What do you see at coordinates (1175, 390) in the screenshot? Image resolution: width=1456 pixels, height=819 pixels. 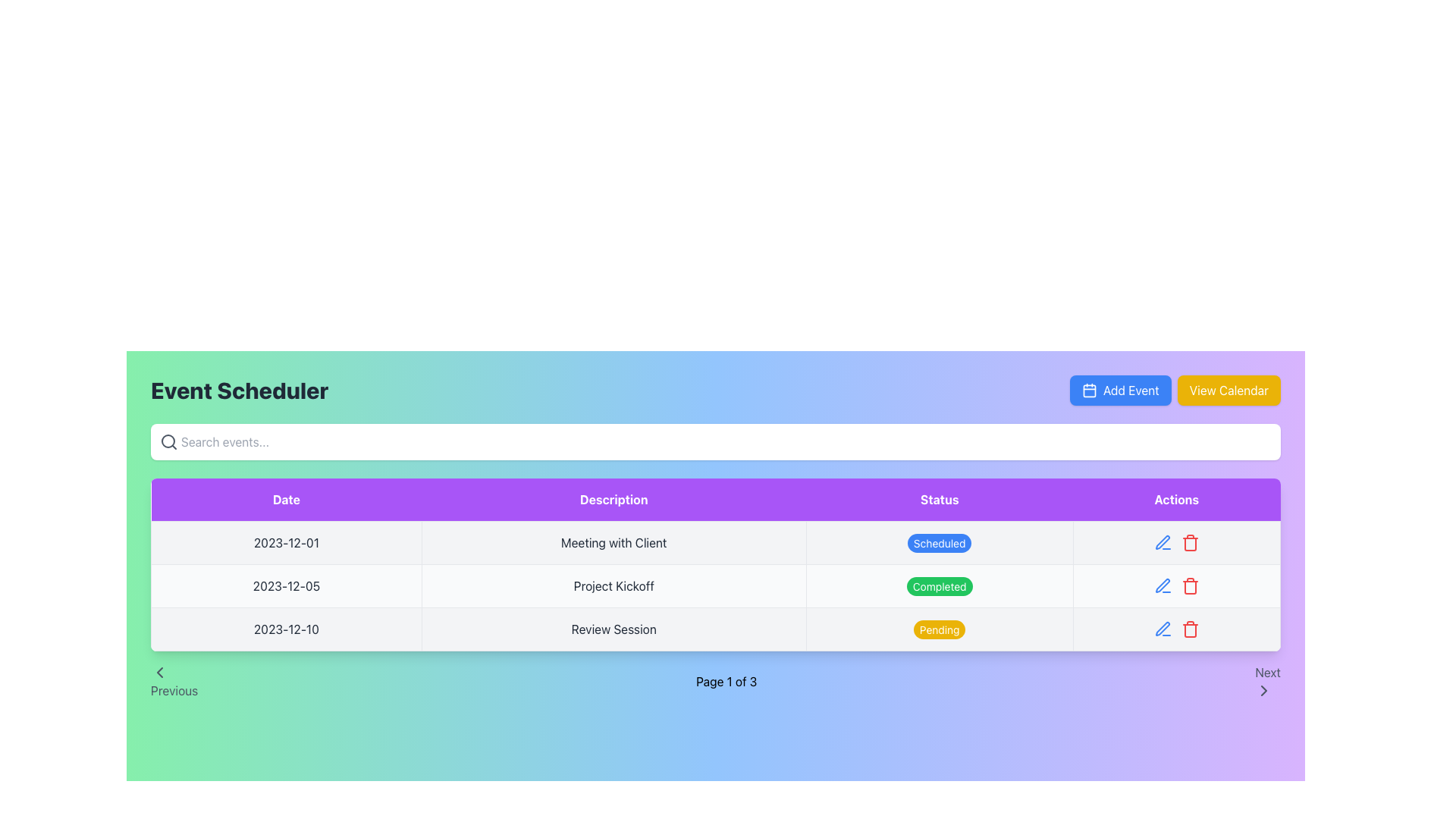 I see `the 'View Calendar' button in the Button Group located at the top right section of the Event Scheduler interface` at bounding box center [1175, 390].